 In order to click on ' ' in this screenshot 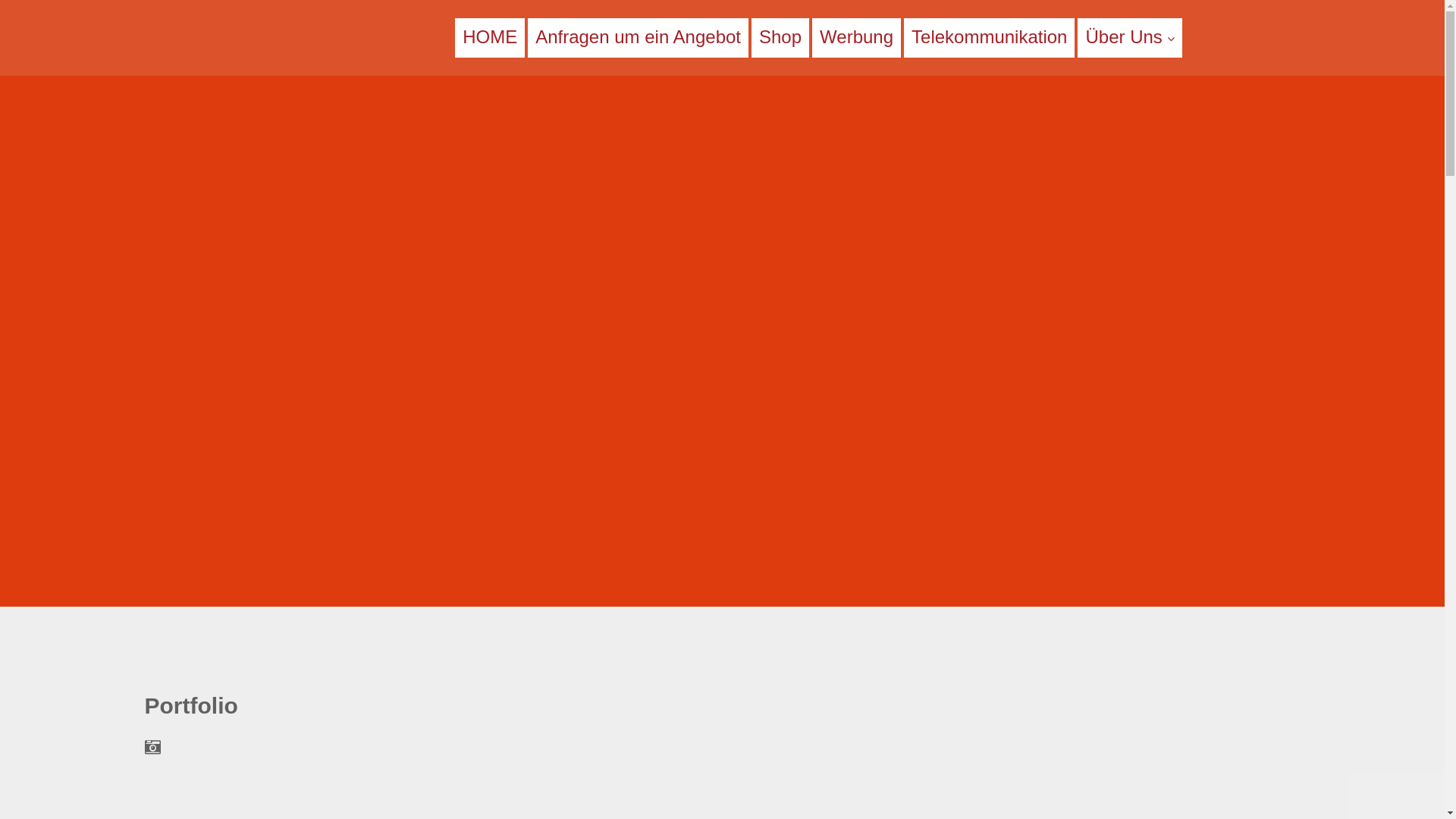, I will do `click(233, 36)`.